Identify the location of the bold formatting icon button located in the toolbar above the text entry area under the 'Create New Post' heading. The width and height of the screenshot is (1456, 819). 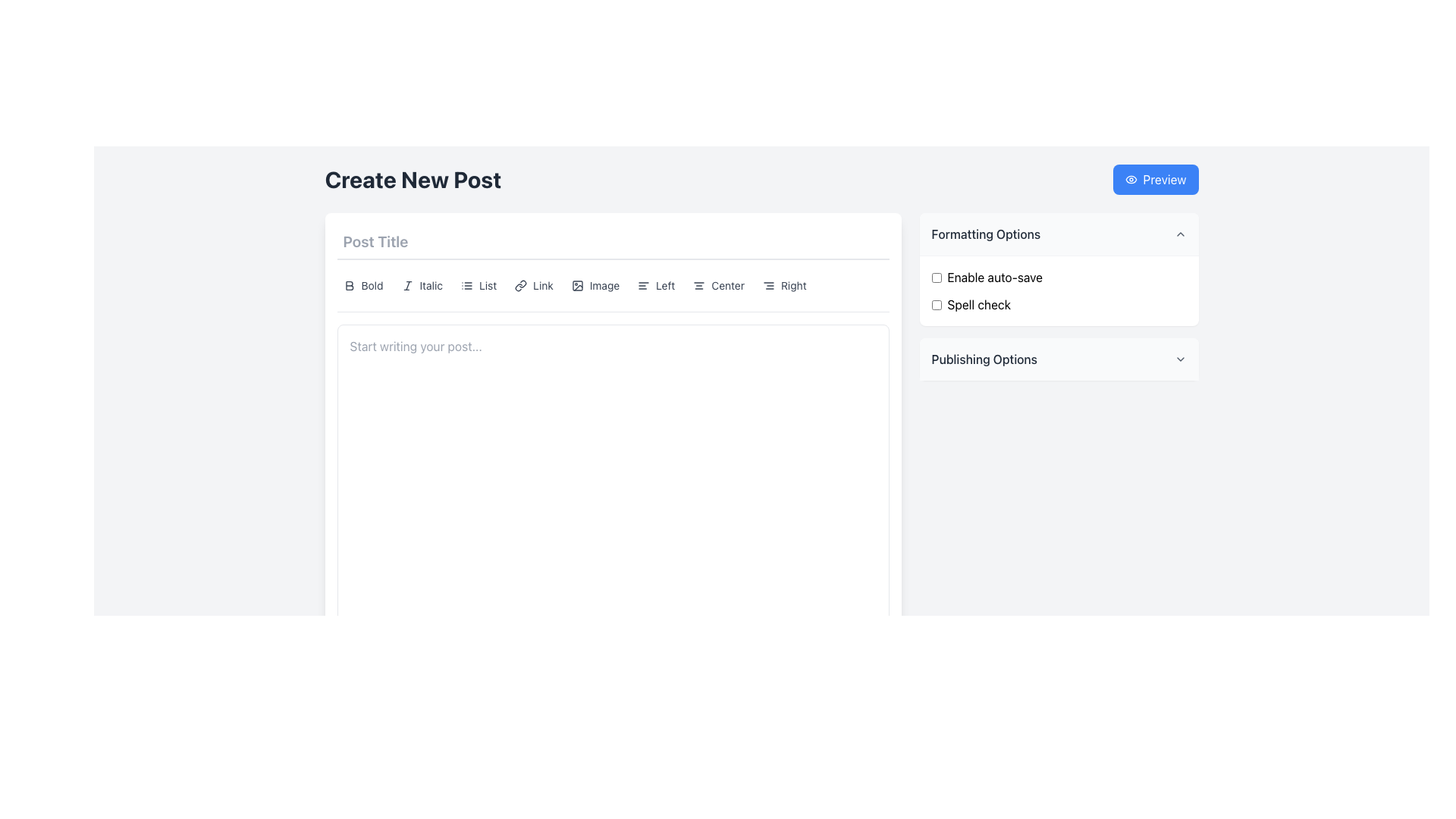
(348, 286).